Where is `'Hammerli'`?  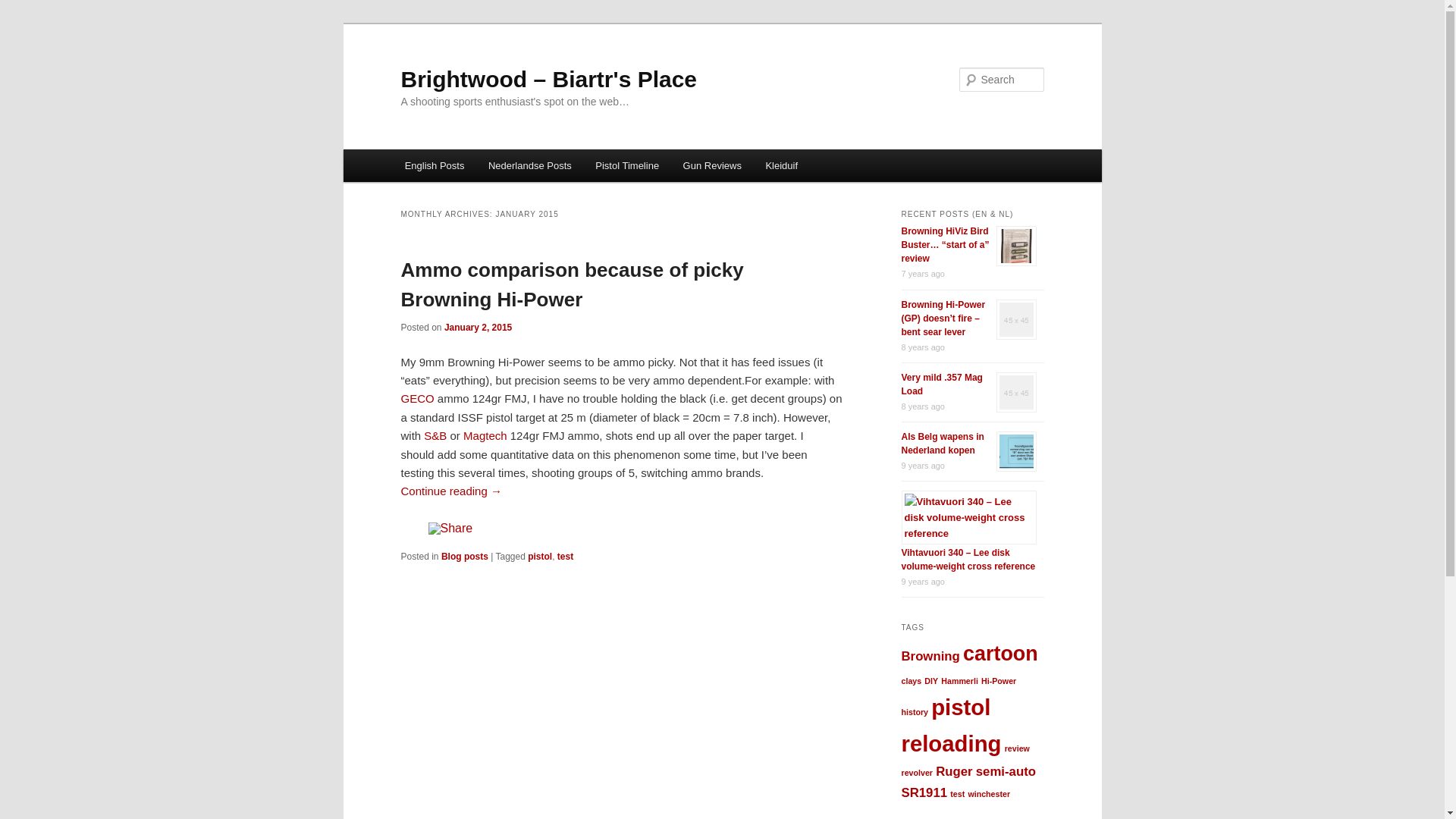
'Hammerli' is located at coordinates (959, 680).